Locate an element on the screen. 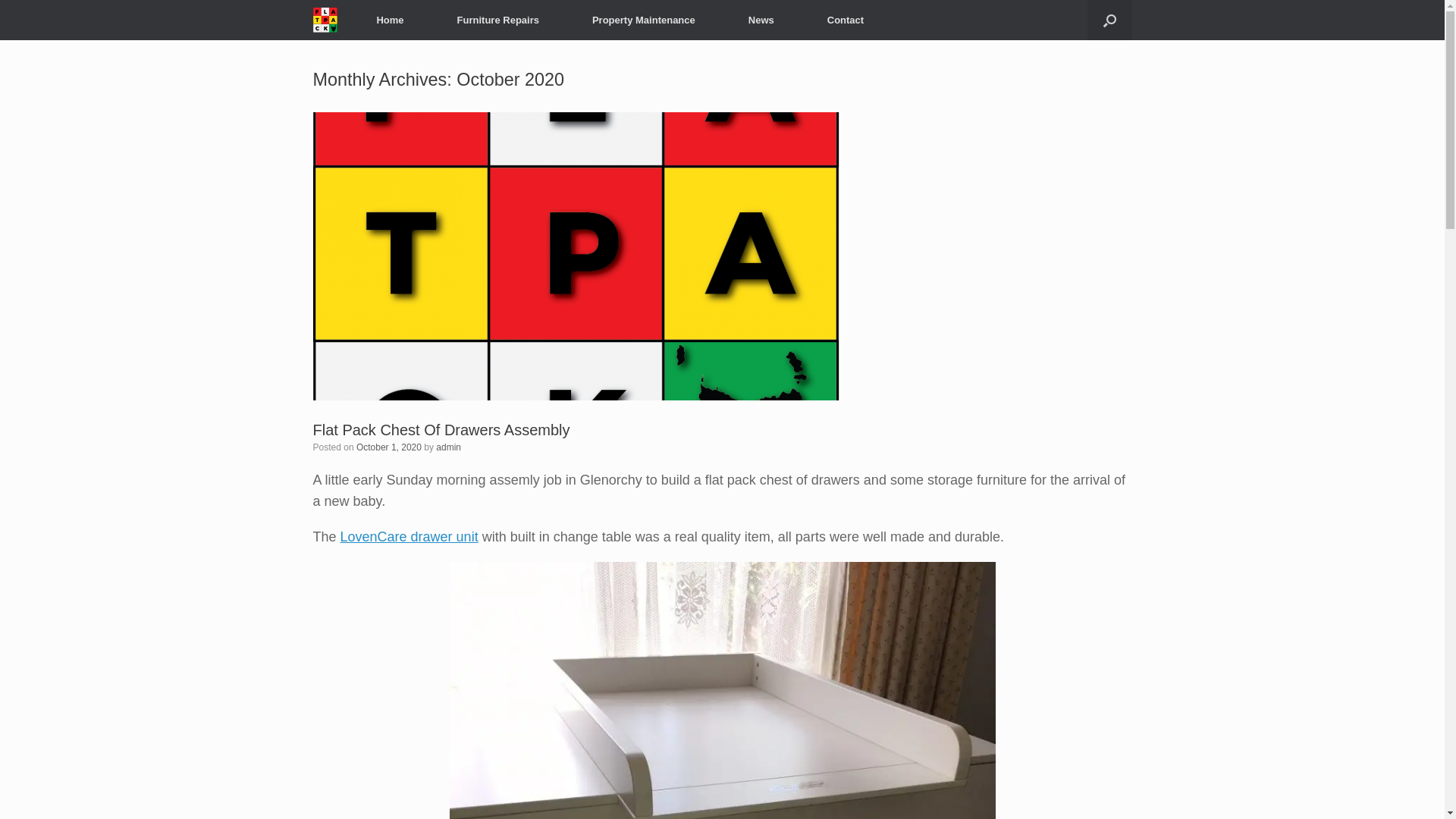 This screenshot has width=1456, height=819. 'Flat Pack Tasmania' is located at coordinates (324, 20).